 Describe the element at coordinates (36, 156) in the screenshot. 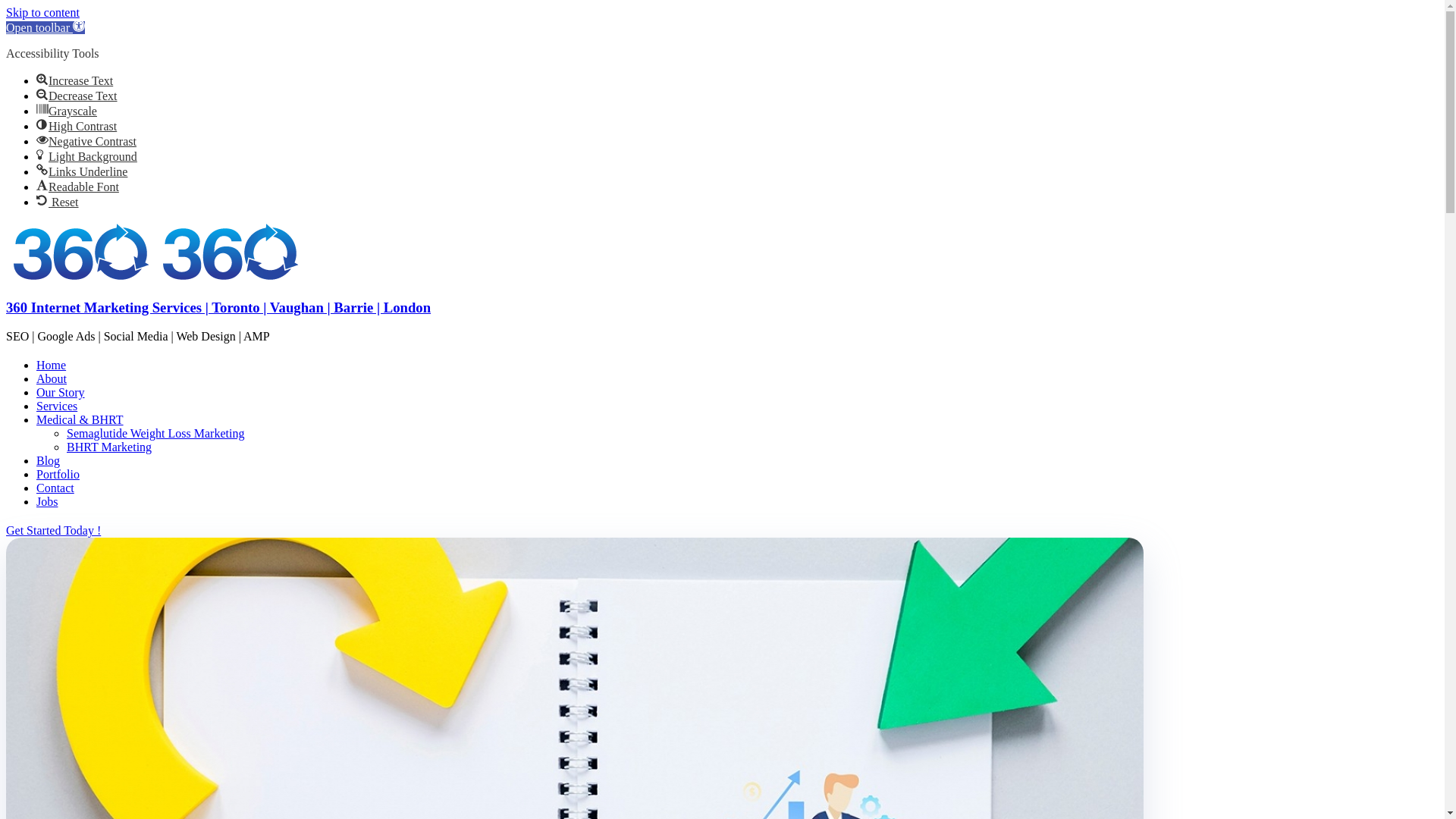

I see `'Light BackgroundLight Background'` at that location.